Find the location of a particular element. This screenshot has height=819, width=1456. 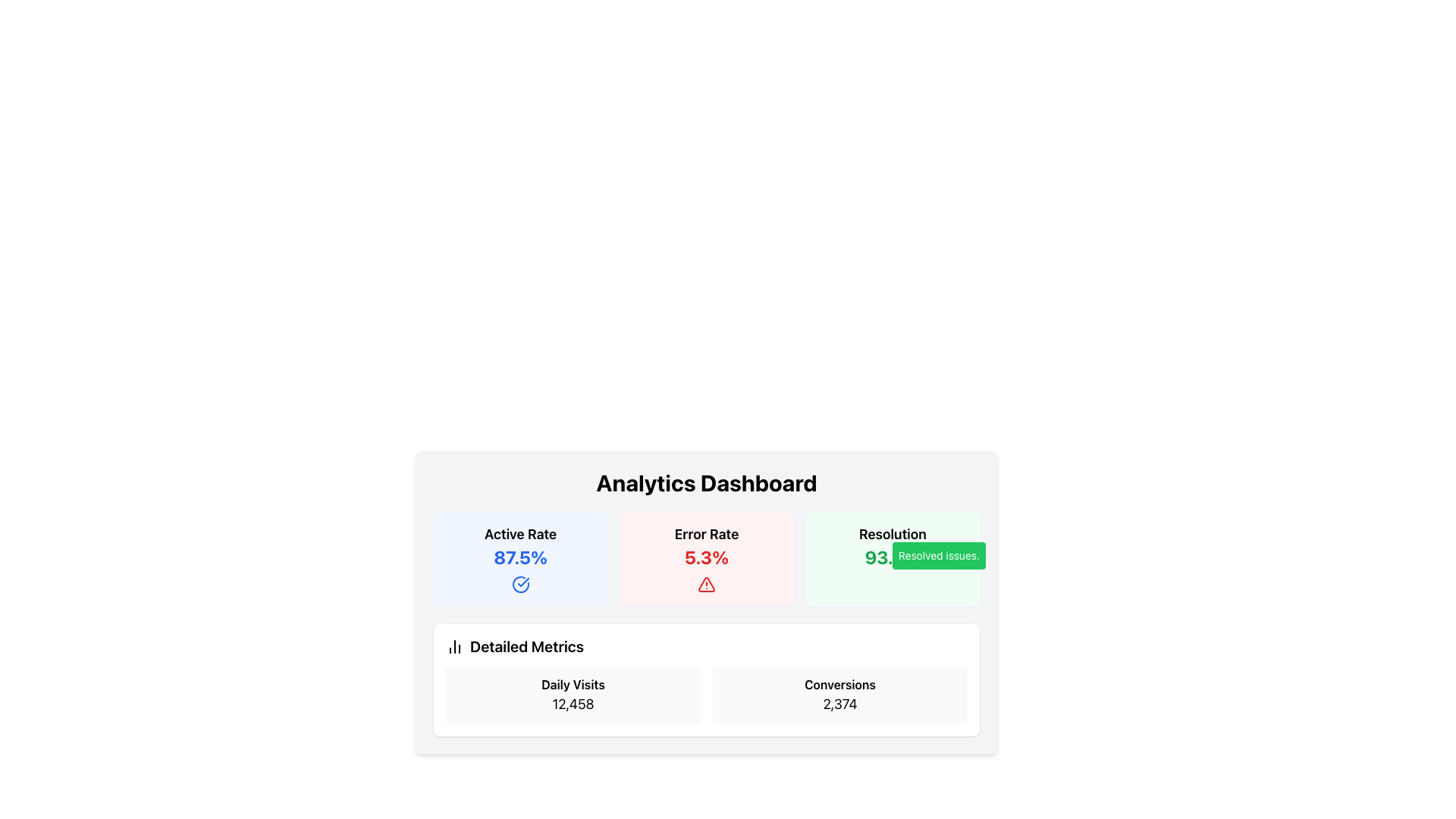

the 'Active Rate' text label, which is displayed in bold with a dark color on a light blue background is located at coordinates (520, 534).